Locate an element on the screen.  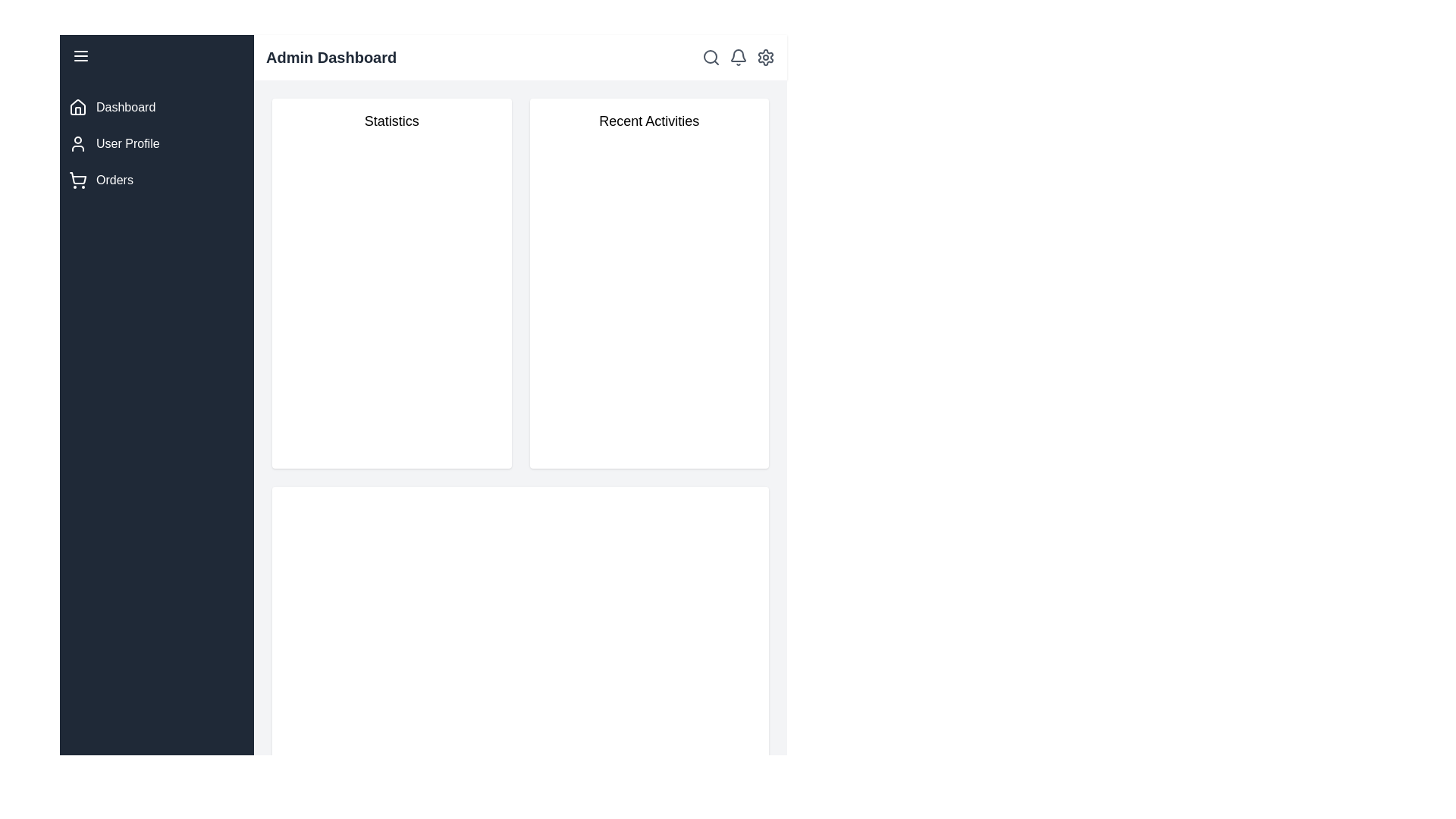
the shopping cart icon in the vertical navigation bar on the left side of the interface, positioned in the third row beneath 'Dashboard' and 'User Profile' is located at coordinates (77, 180).